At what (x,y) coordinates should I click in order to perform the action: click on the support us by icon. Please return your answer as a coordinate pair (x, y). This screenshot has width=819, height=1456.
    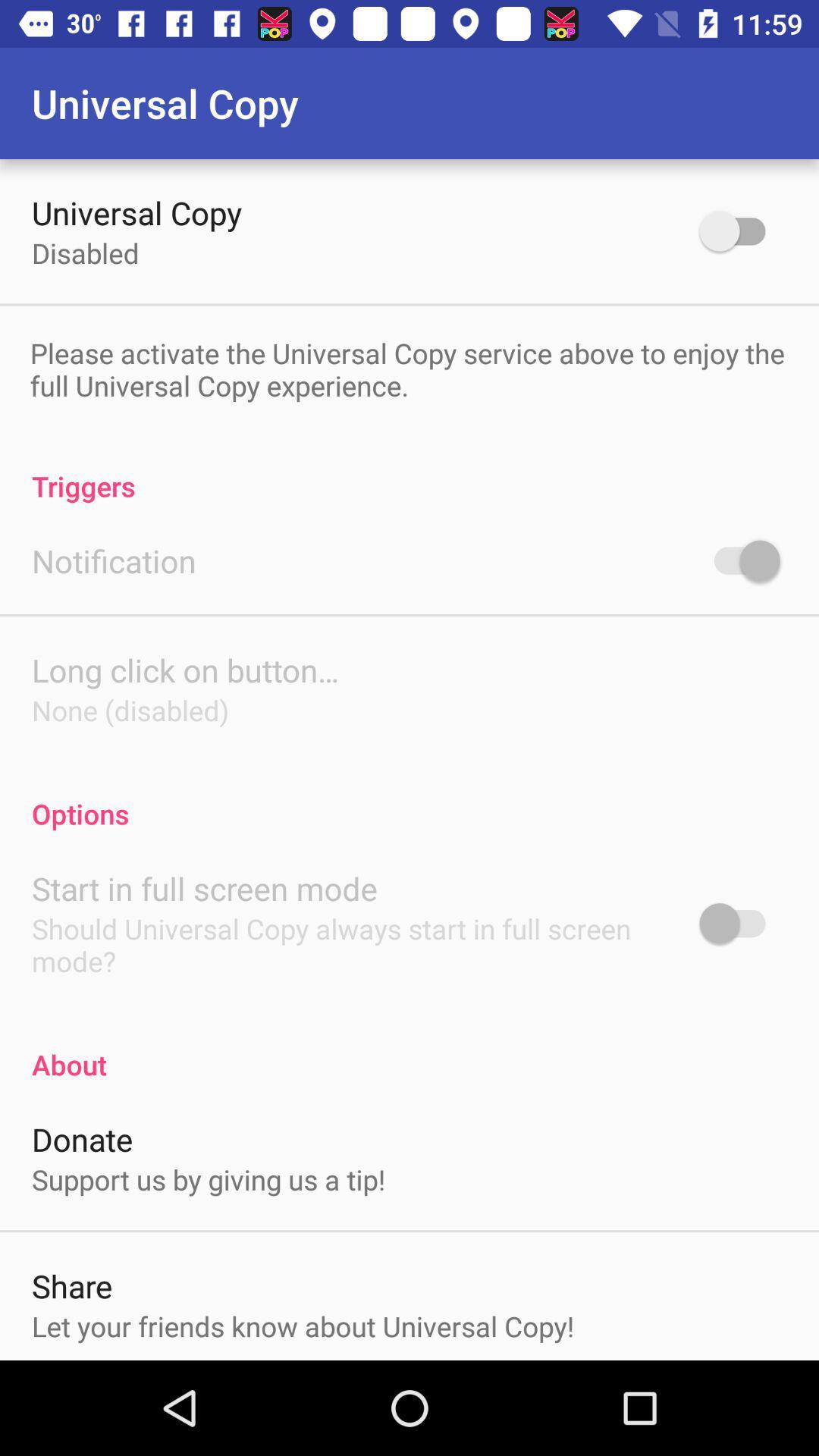
    Looking at the image, I should click on (209, 1178).